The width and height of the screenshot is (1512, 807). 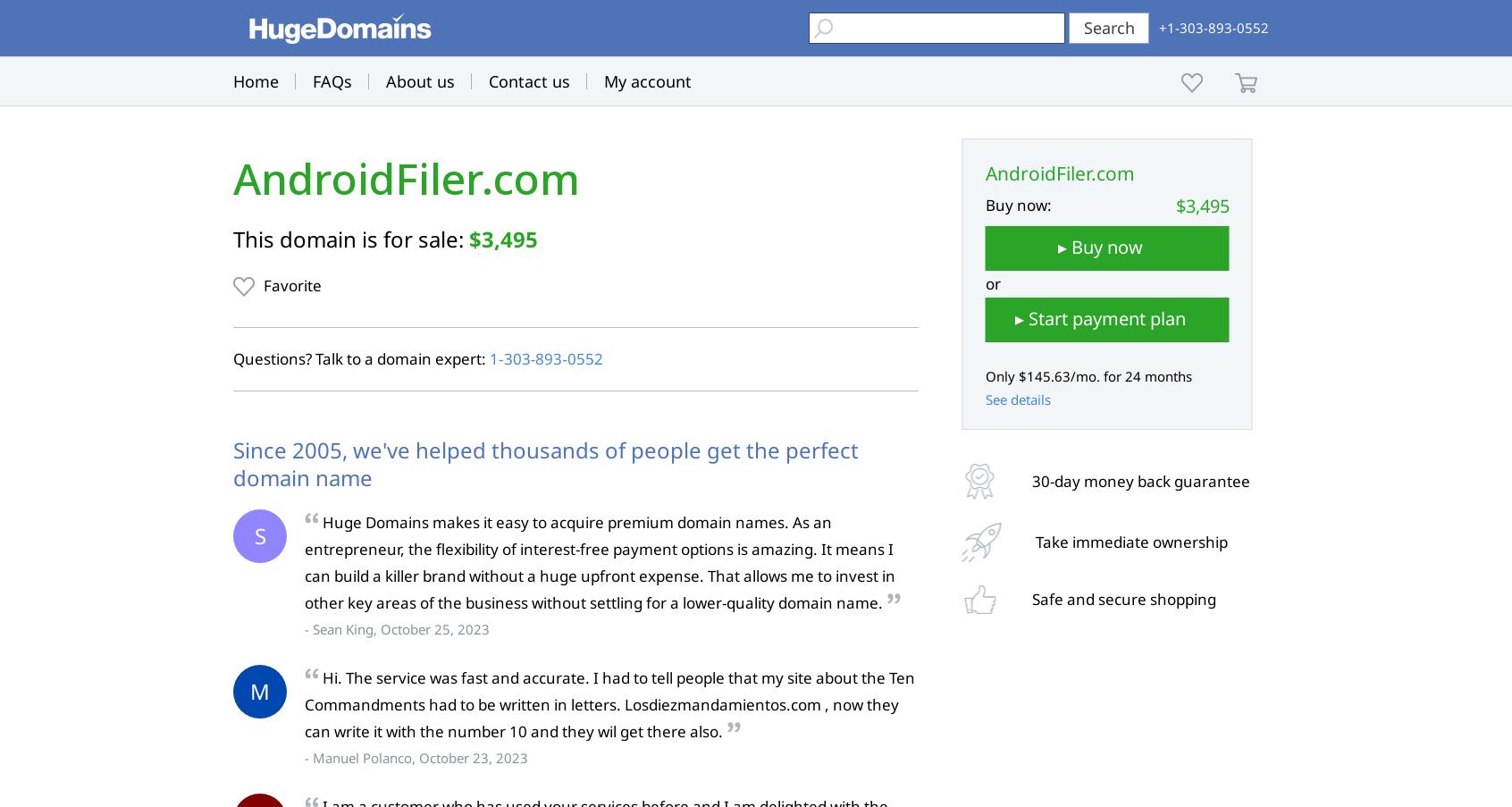 What do you see at coordinates (405, 179) in the screenshot?
I see `'AndroidFiler.com'` at bounding box center [405, 179].